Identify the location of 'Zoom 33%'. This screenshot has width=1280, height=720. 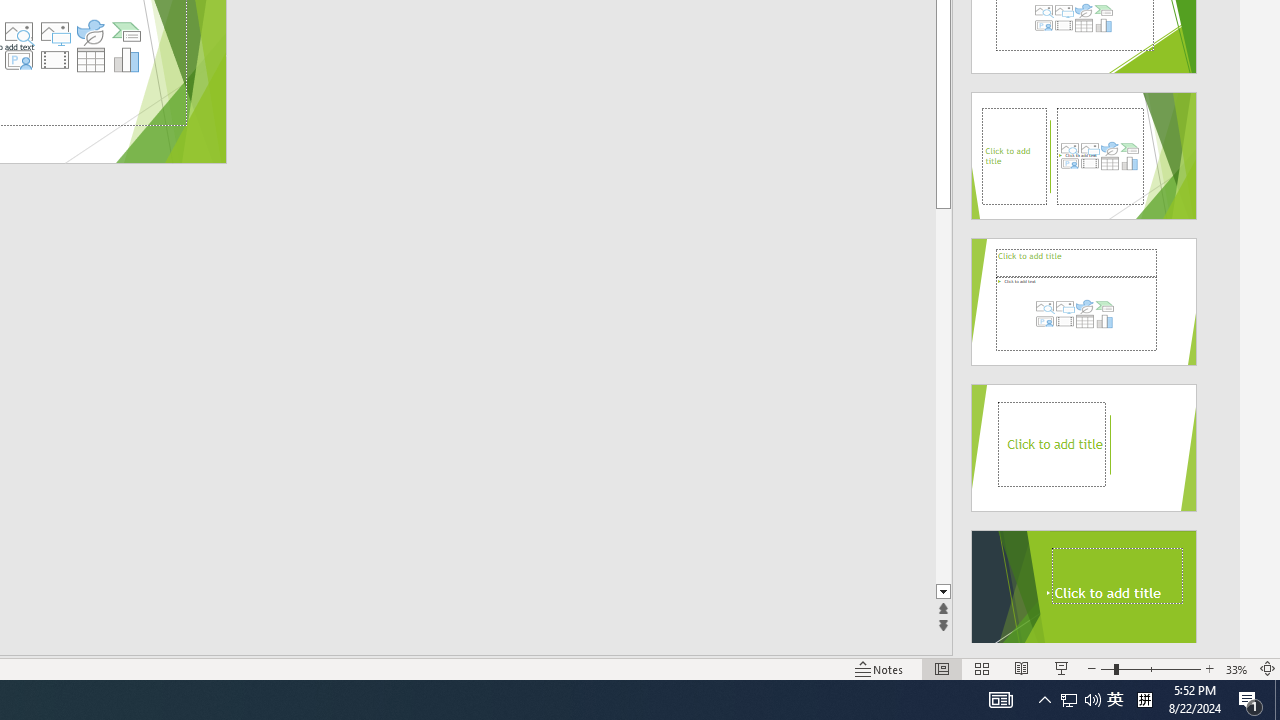
(1236, 669).